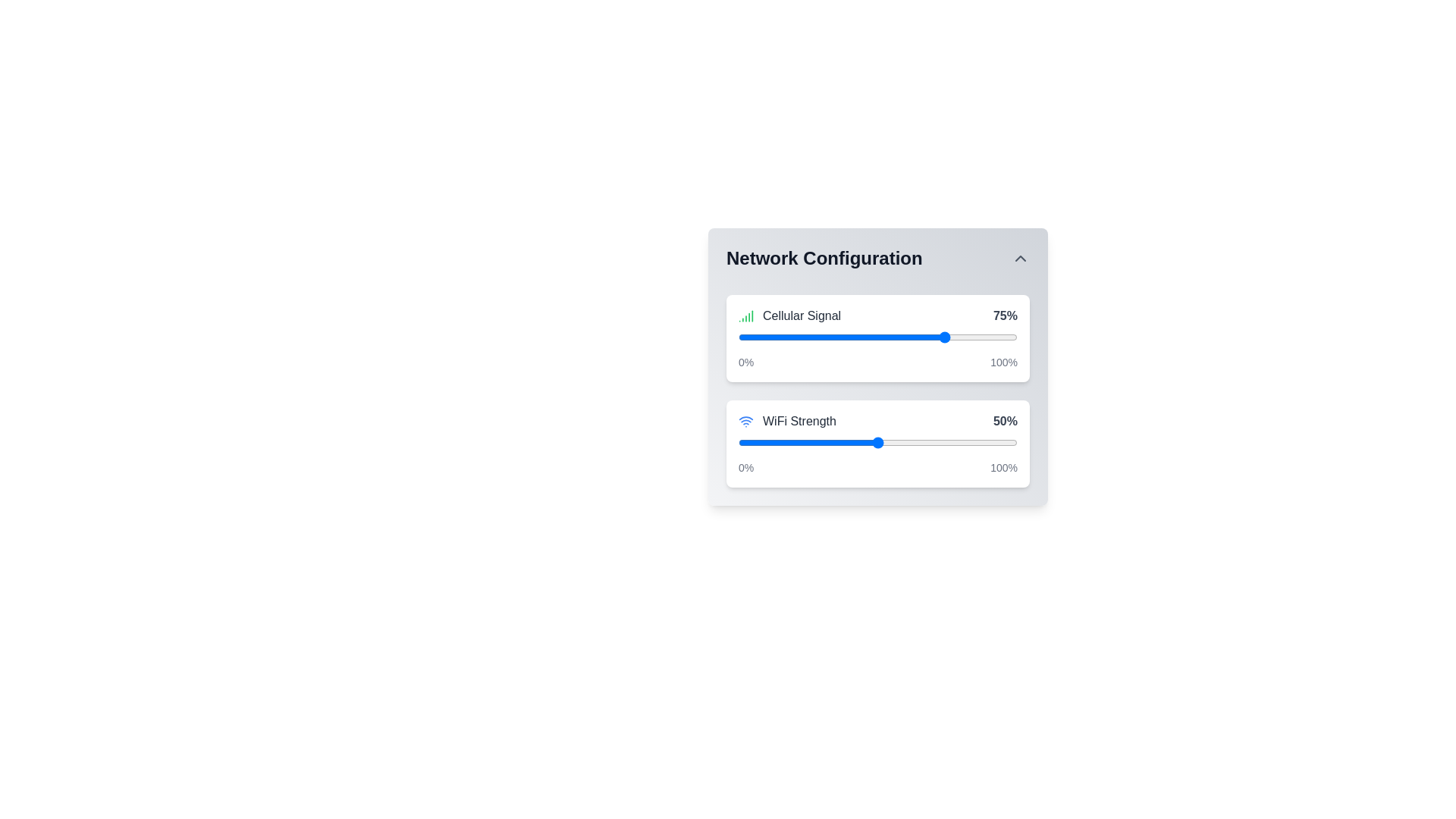 This screenshot has width=1456, height=819. Describe the element at coordinates (1009, 336) in the screenshot. I see `the Cellular Signal strength` at that location.